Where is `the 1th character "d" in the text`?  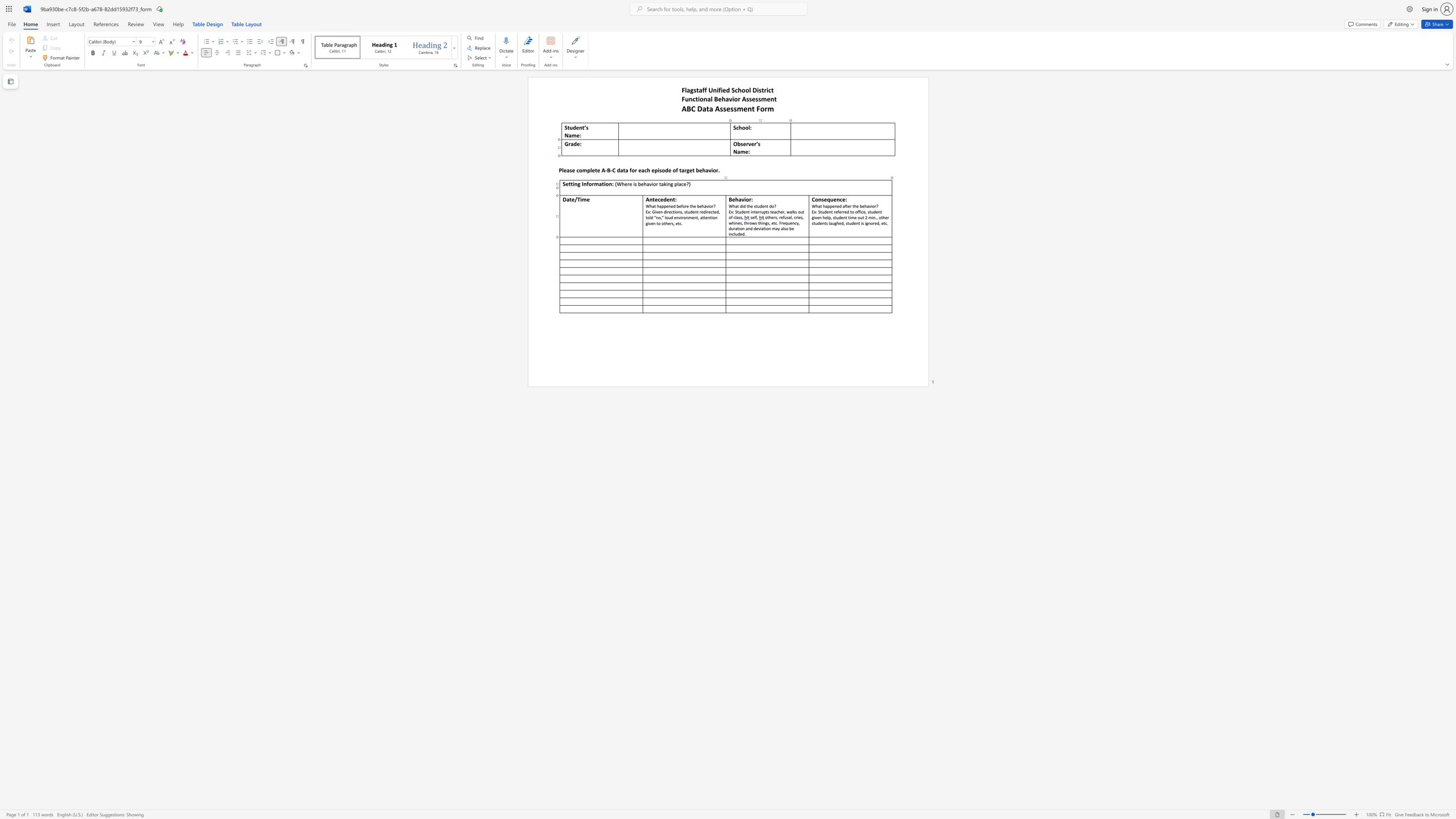
the 1th character "d" in the text is located at coordinates (741, 206).